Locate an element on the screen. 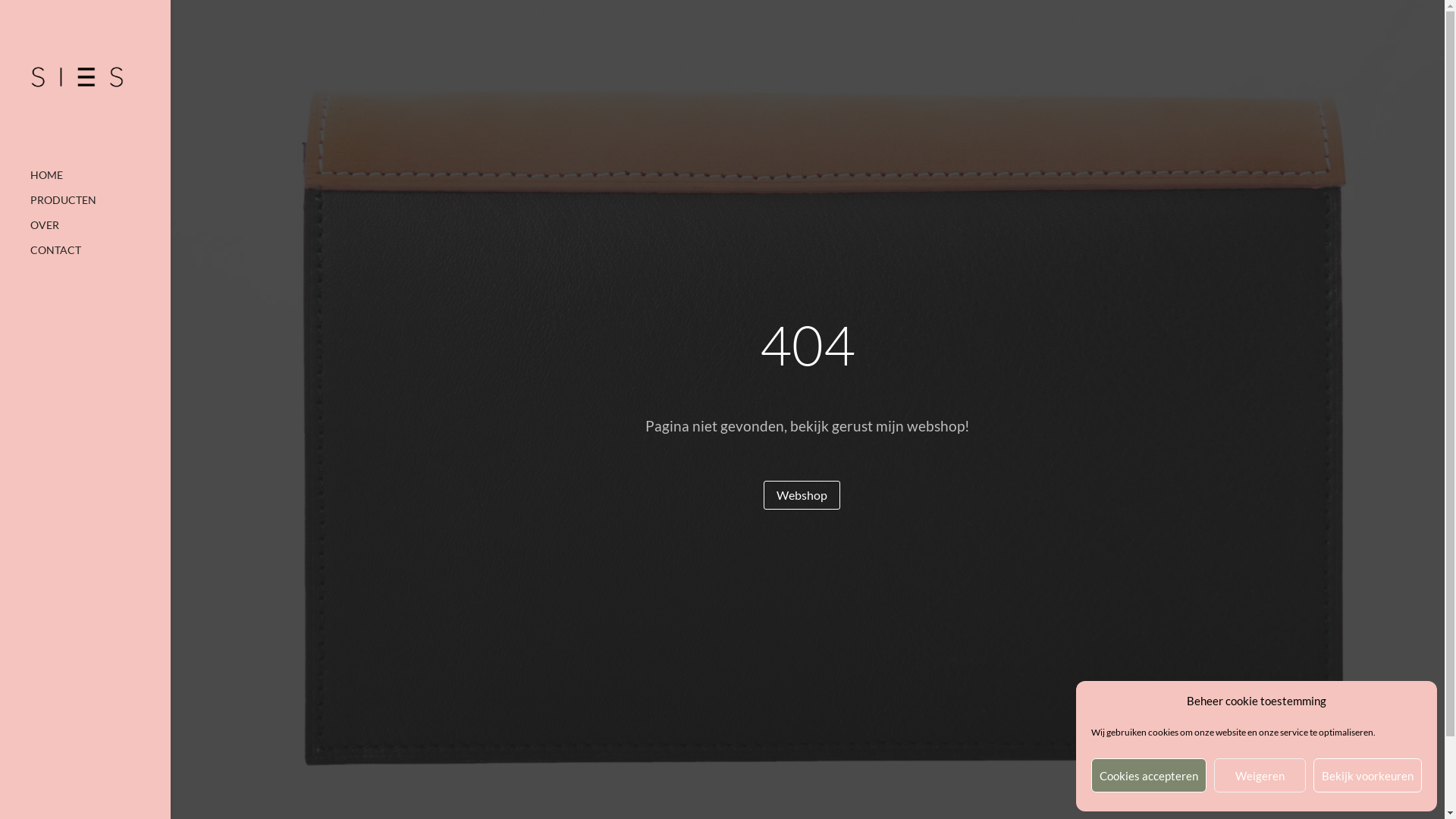  'PRODUCTEN' is located at coordinates (99, 207).